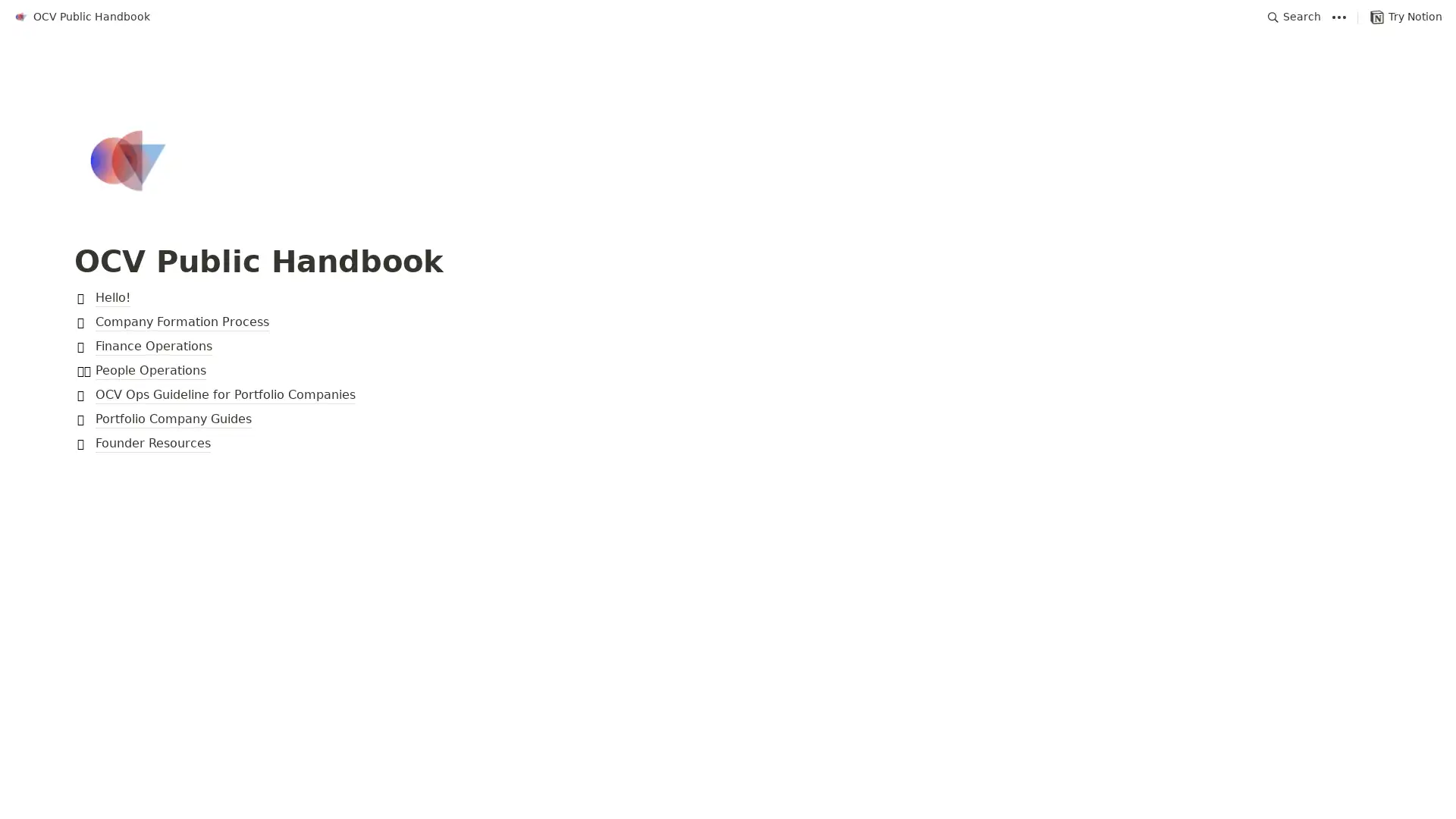 The width and height of the screenshot is (1456, 819). I want to click on Founder Resources, so click(728, 444).